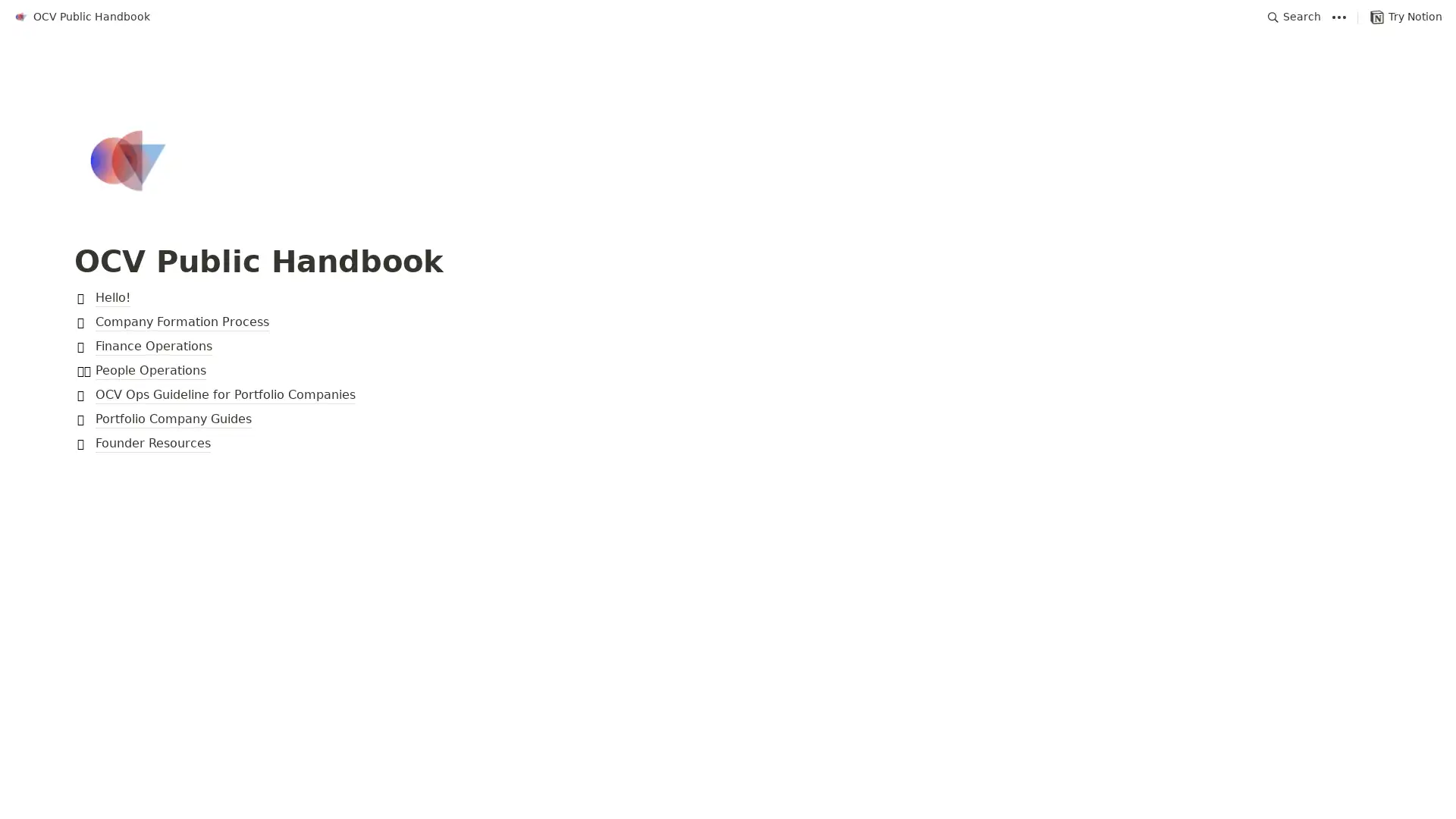 The width and height of the screenshot is (1456, 819). I want to click on Founder Resources, so click(728, 444).